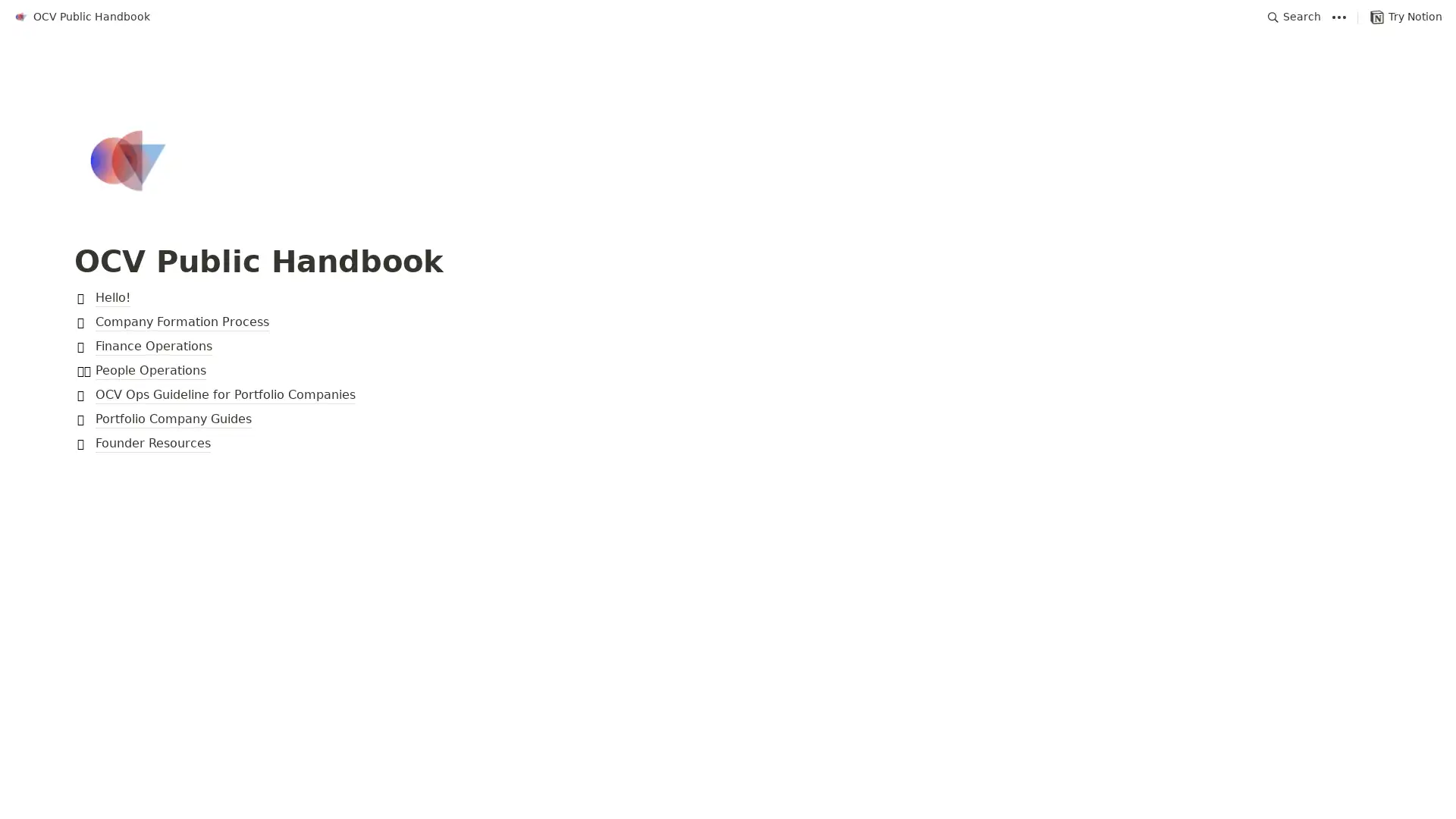 The width and height of the screenshot is (1456, 819). I want to click on Founder Resources, so click(728, 444).